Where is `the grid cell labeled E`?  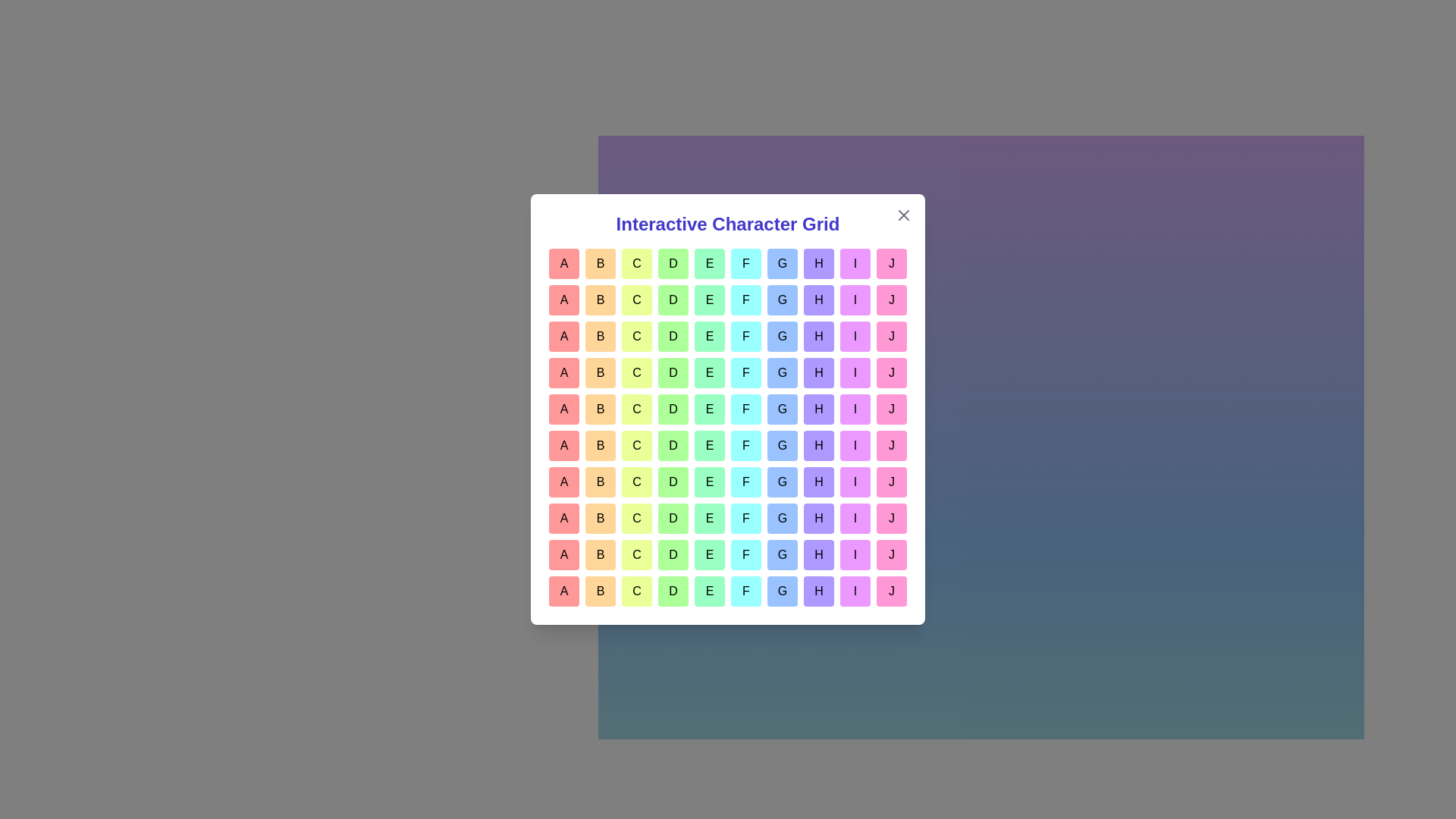
the grid cell labeled E is located at coordinates (709, 262).